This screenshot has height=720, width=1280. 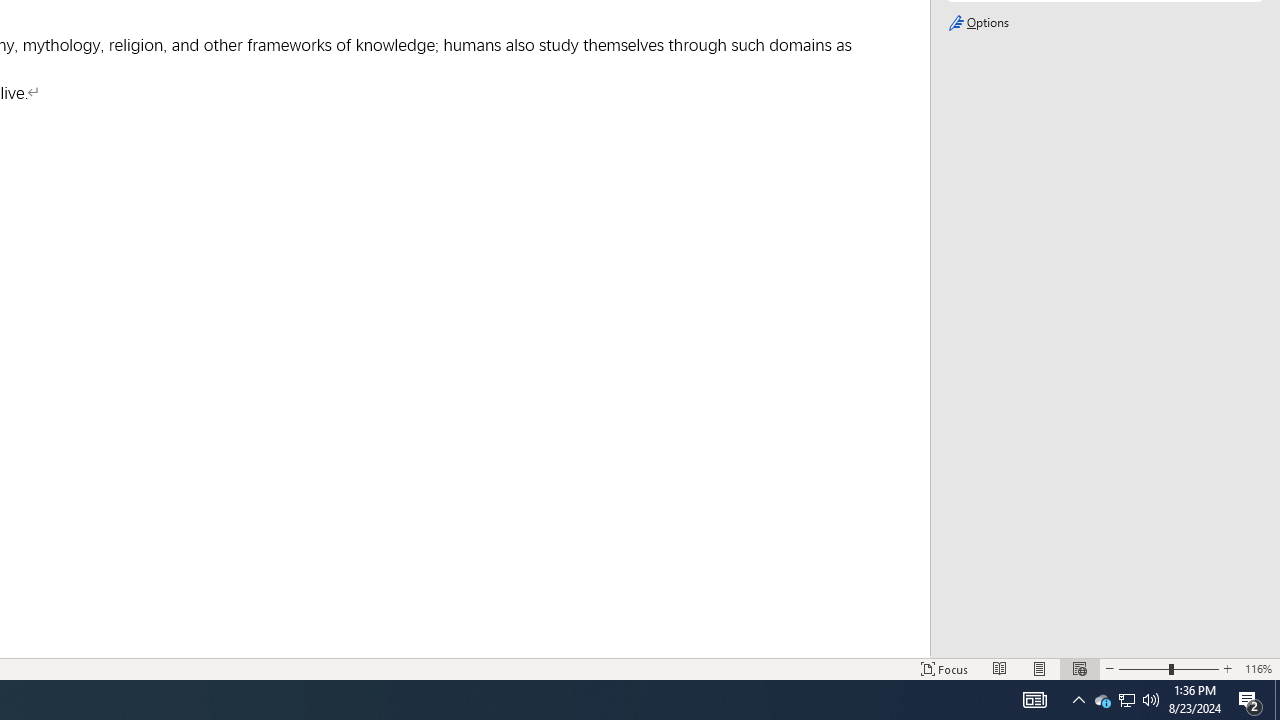 What do you see at coordinates (1257, 669) in the screenshot?
I see `'Zoom 116%'` at bounding box center [1257, 669].